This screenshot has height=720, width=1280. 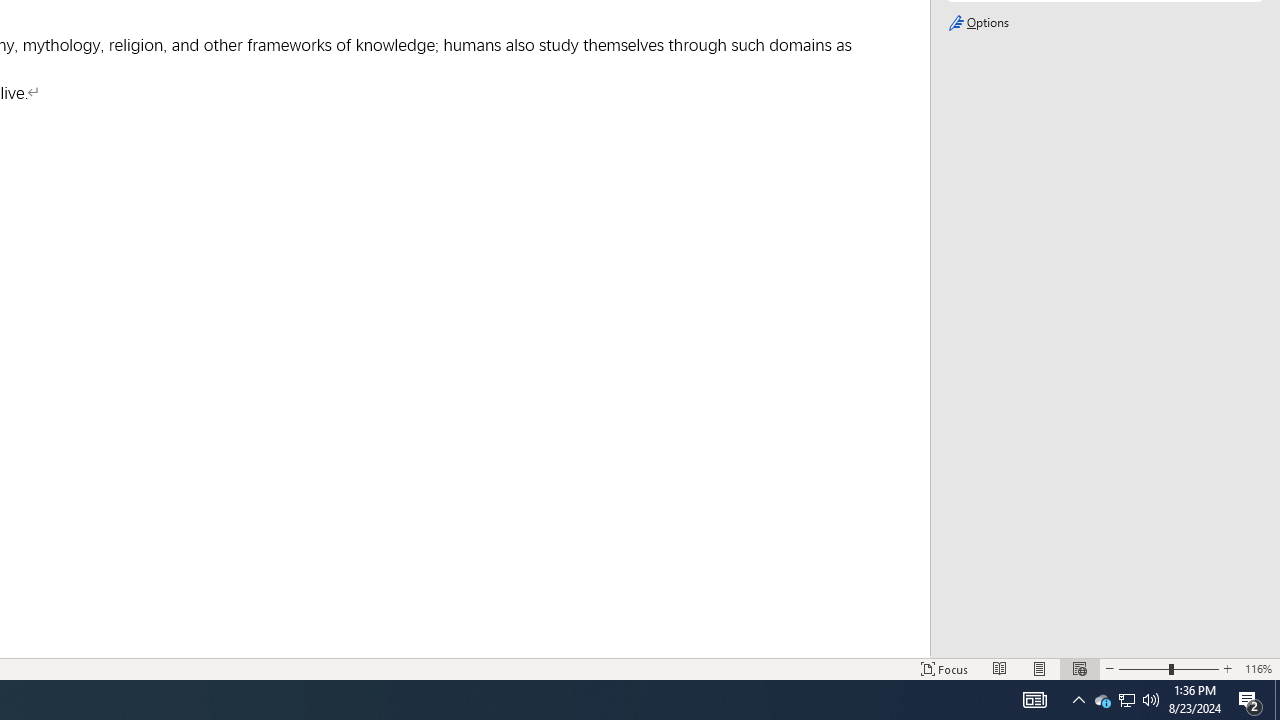 What do you see at coordinates (1257, 669) in the screenshot?
I see `'Zoom 116%'` at bounding box center [1257, 669].